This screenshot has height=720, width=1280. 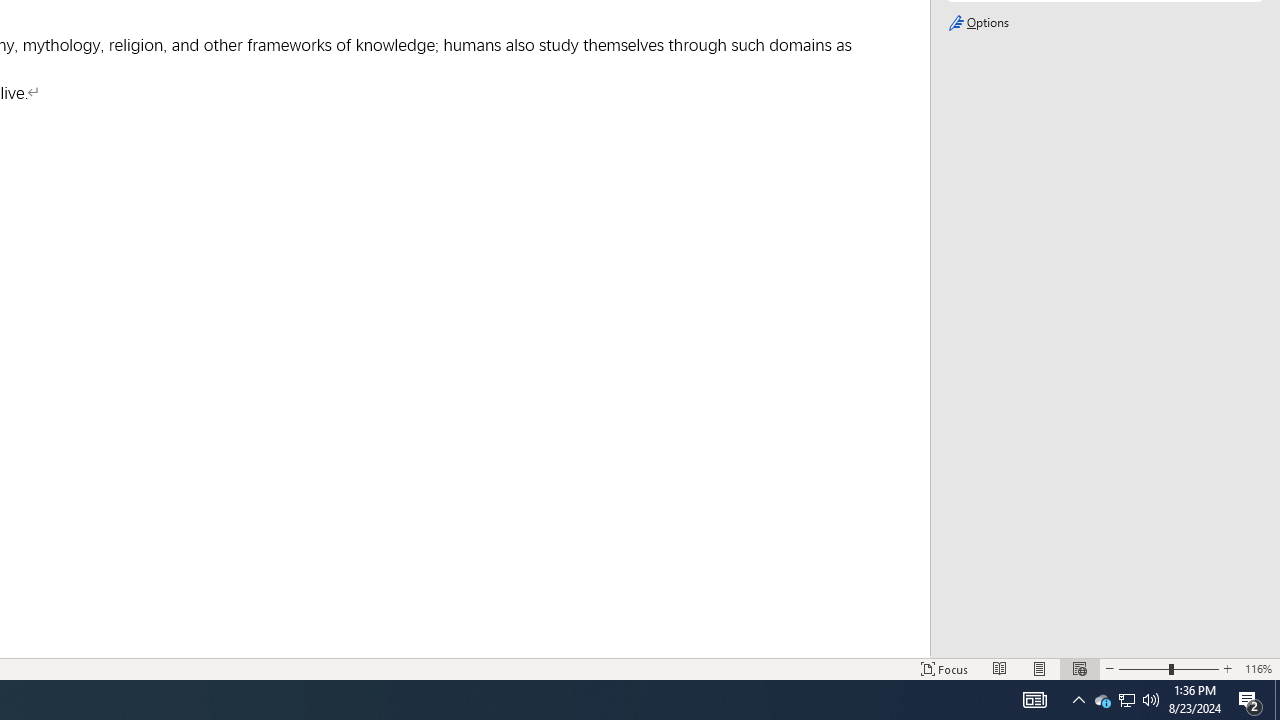 What do you see at coordinates (1257, 669) in the screenshot?
I see `'Zoom 116%'` at bounding box center [1257, 669].